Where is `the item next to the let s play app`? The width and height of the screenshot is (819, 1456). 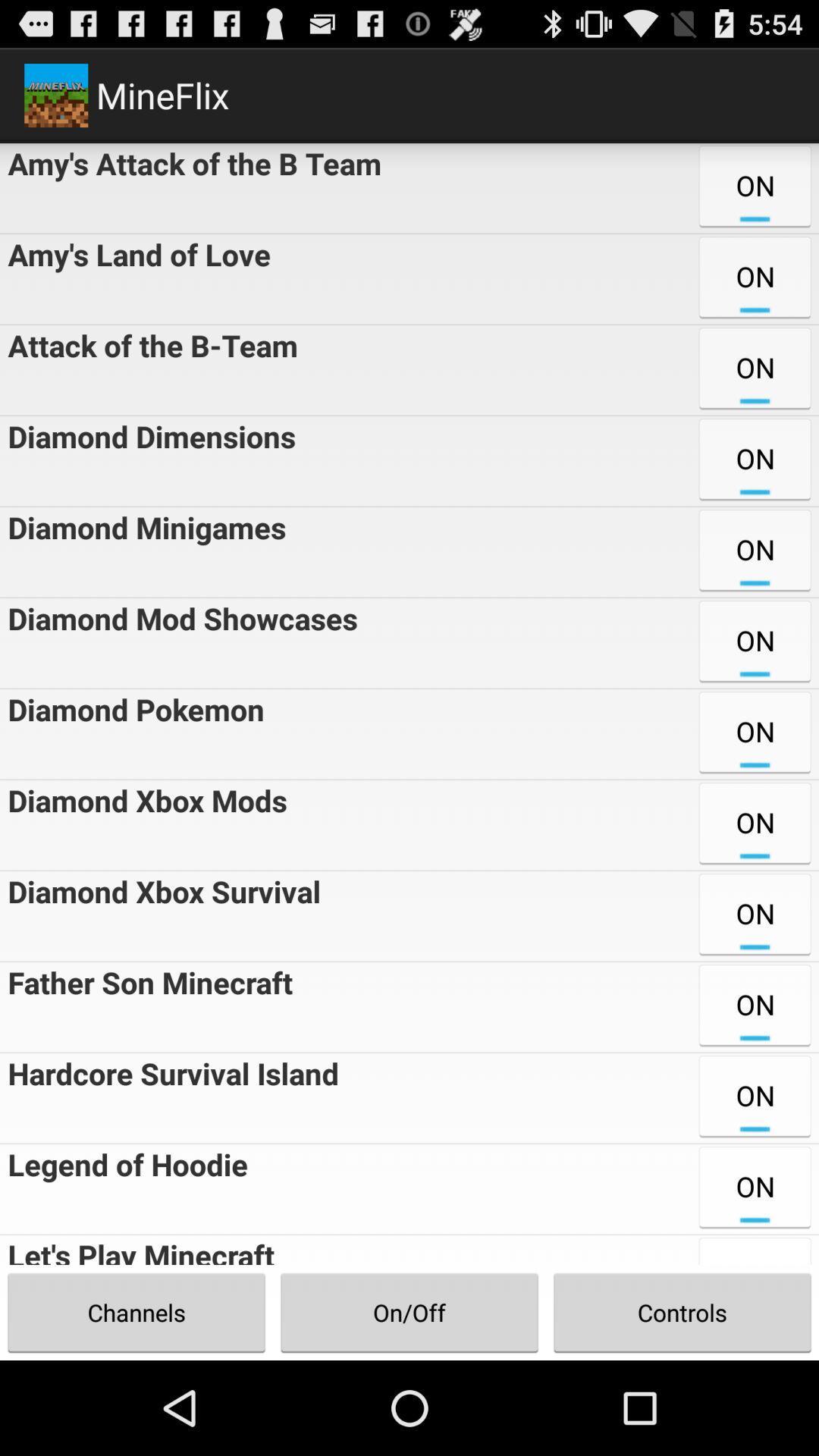
the item next to the let s play app is located at coordinates (409, 1312).